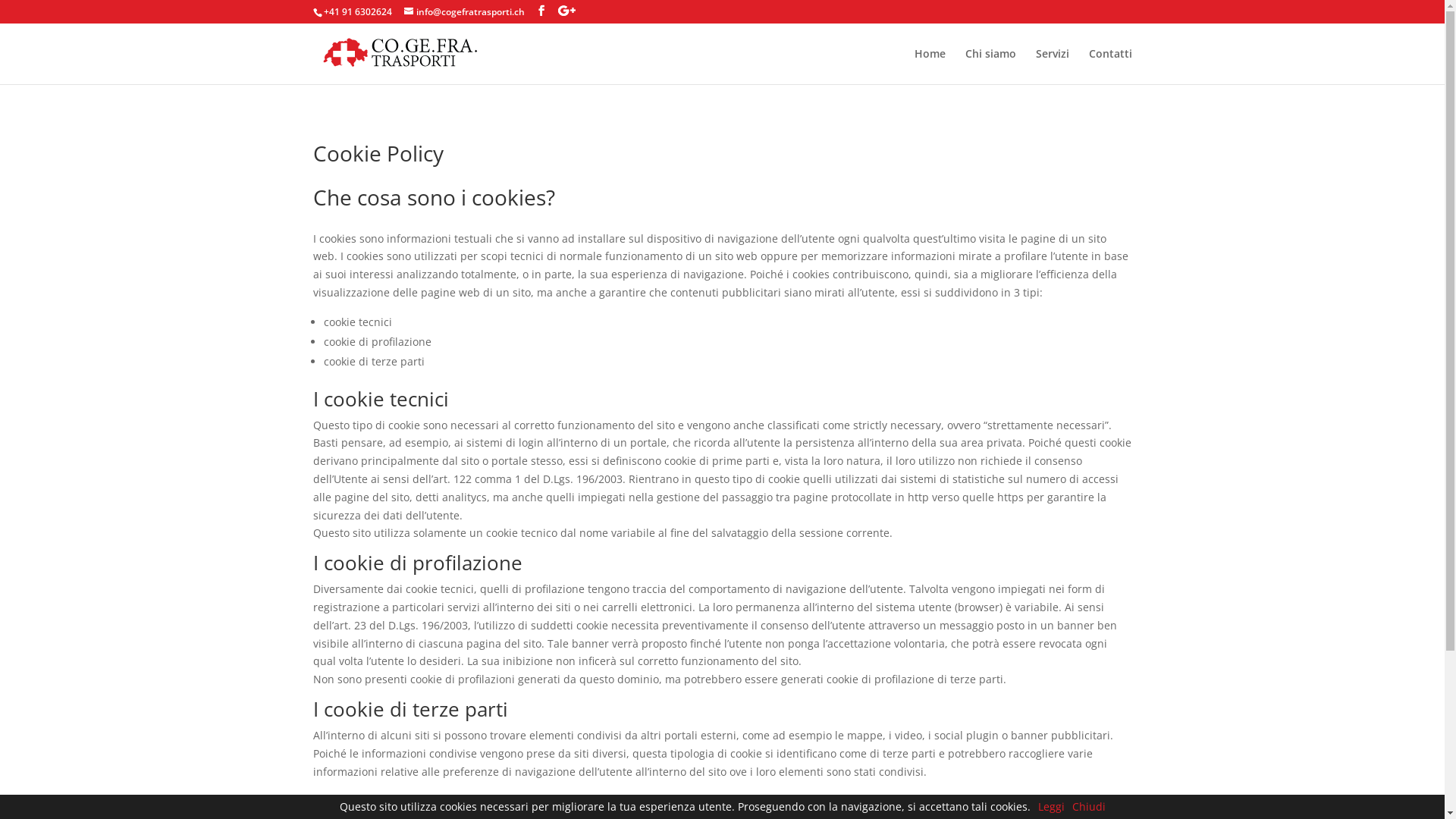 This screenshot has height=819, width=1456. What do you see at coordinates (458, 799) in the screenshot?
I see `'http://www.google.com/policies/technologies/cookies/'` at bounding box center [458, 799].